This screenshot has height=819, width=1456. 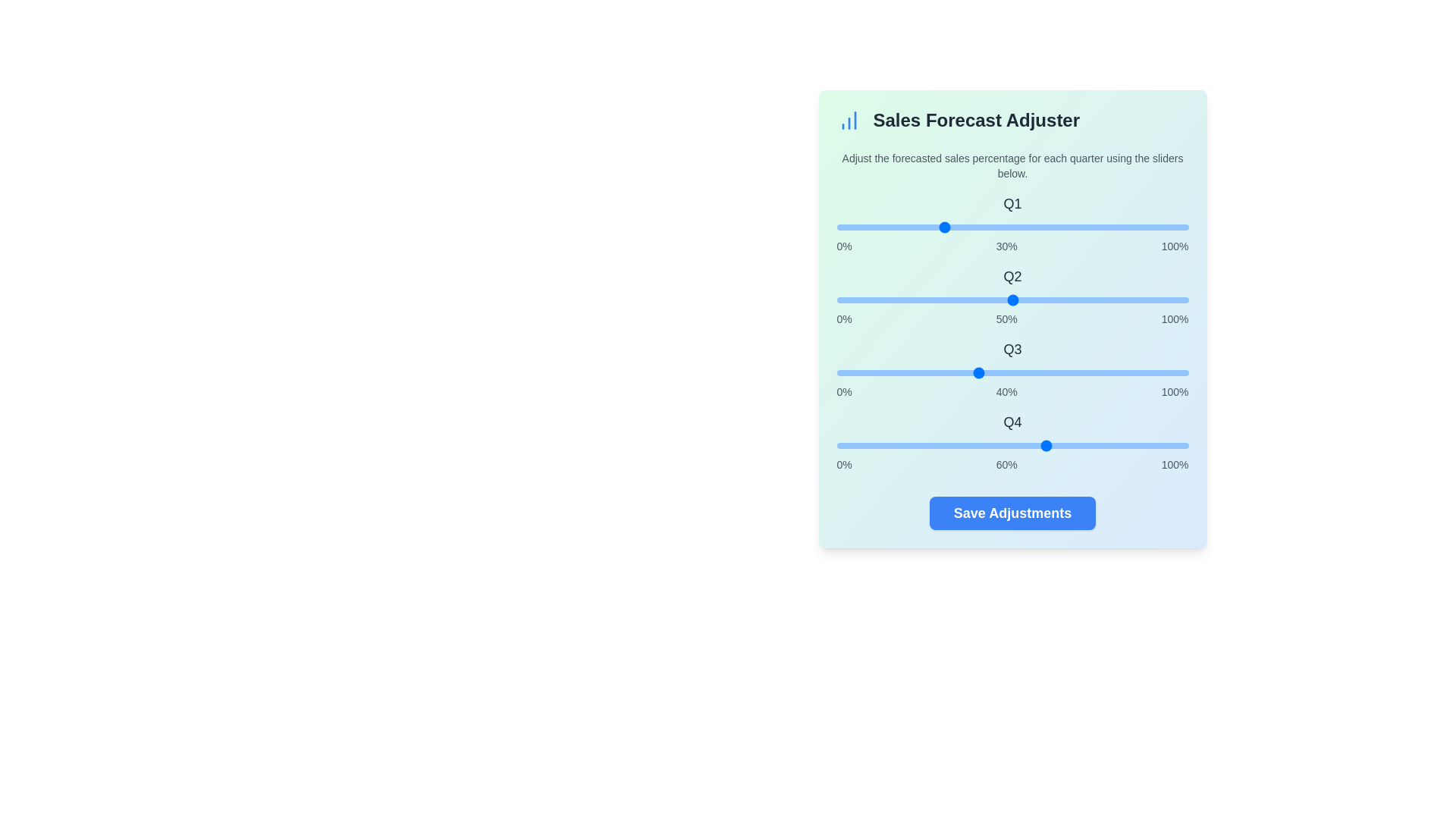 I want to click on the slider for Q2 to 84%, so click(x=1132, y=300).